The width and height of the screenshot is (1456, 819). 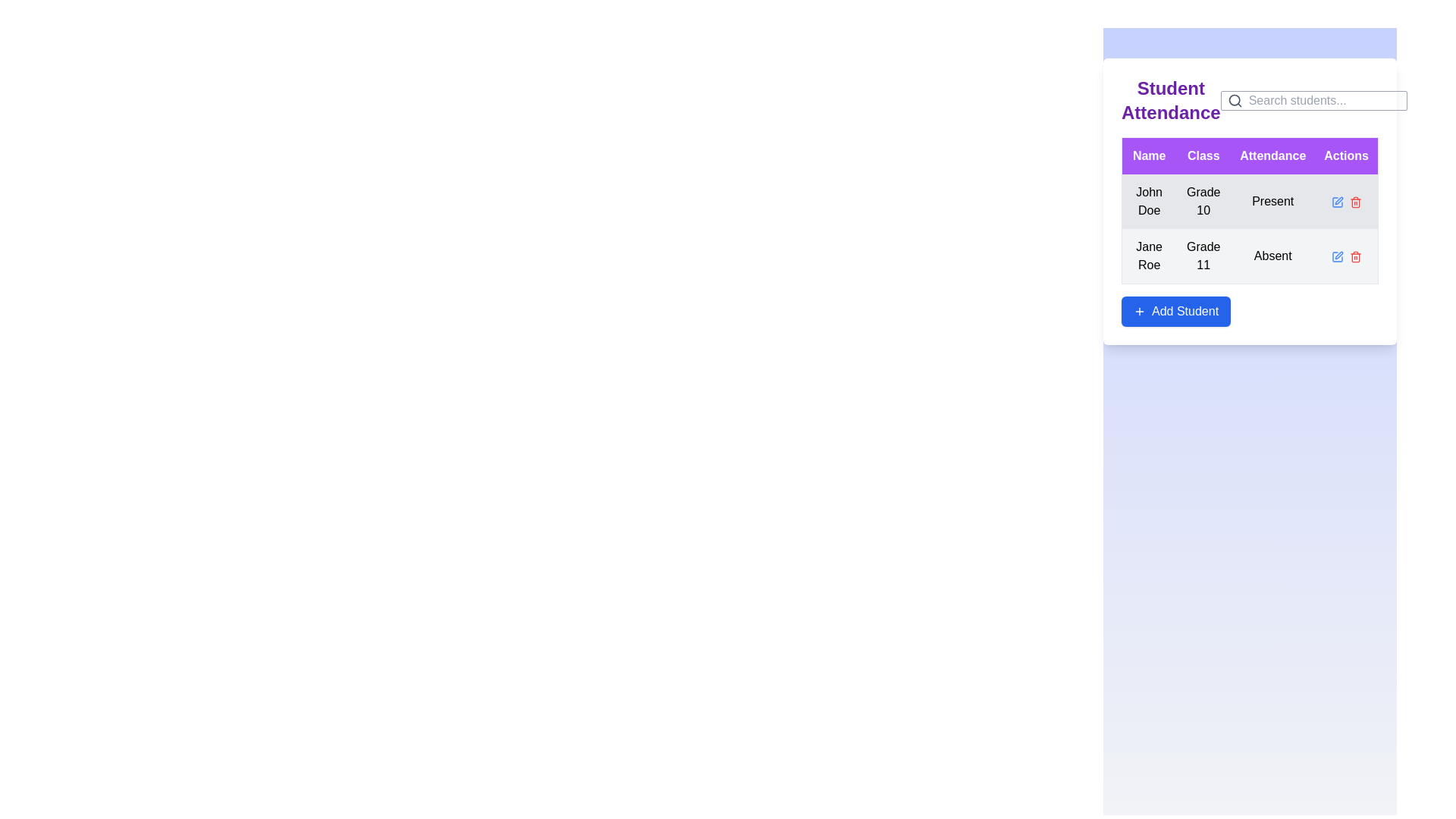 I want to click on the delete icon button located in the 'Actions' column of the second row for 'Jane Roe' in the student attendance table, so click(x=1355, y=256).